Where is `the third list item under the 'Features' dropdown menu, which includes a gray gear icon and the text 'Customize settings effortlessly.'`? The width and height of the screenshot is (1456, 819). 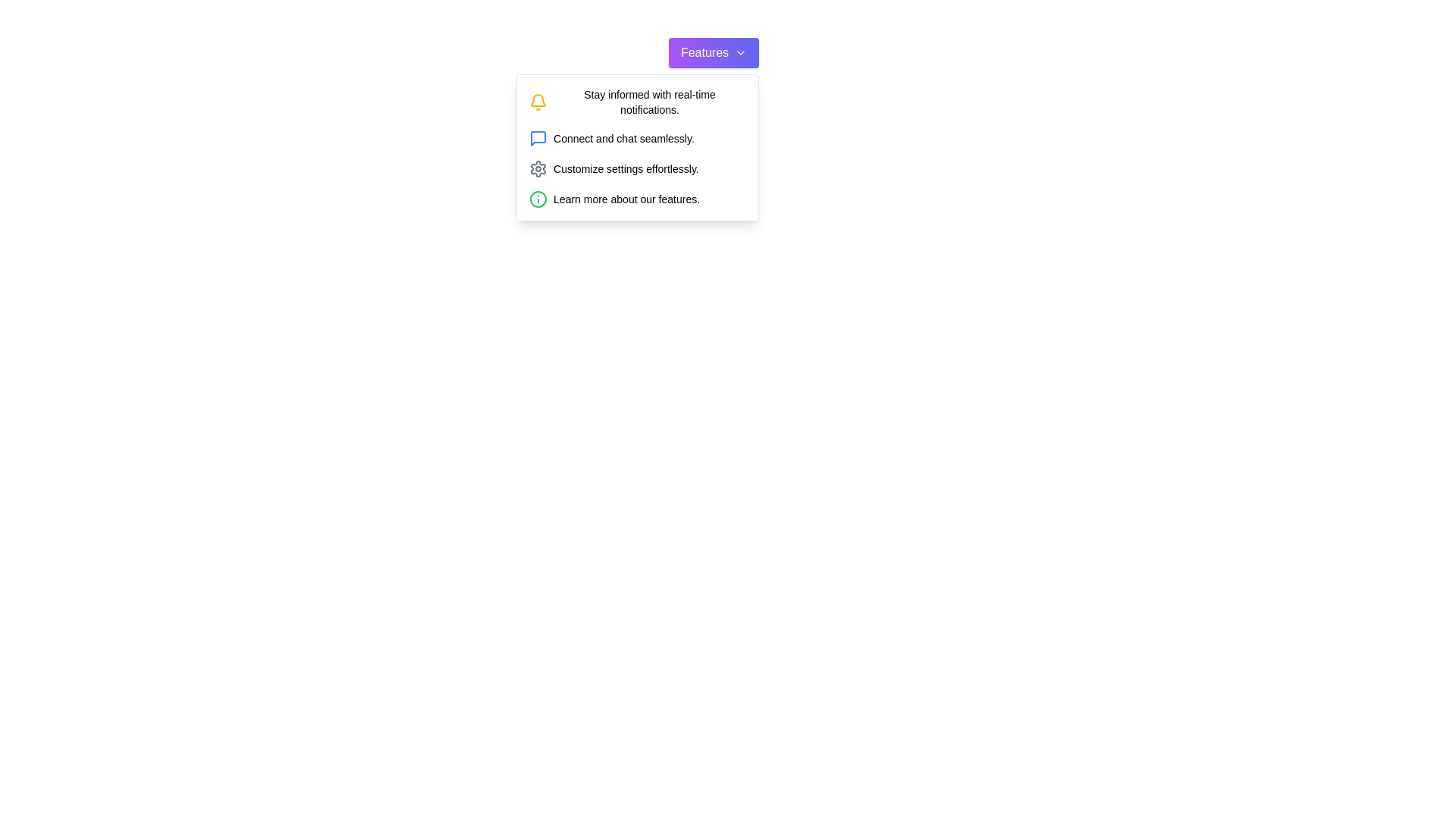
the third list item under the 'Features' dropdown menu, which includes a gray gear icon and the text 'Customize settings effortlessly.' is located at coordinates (638, 169).